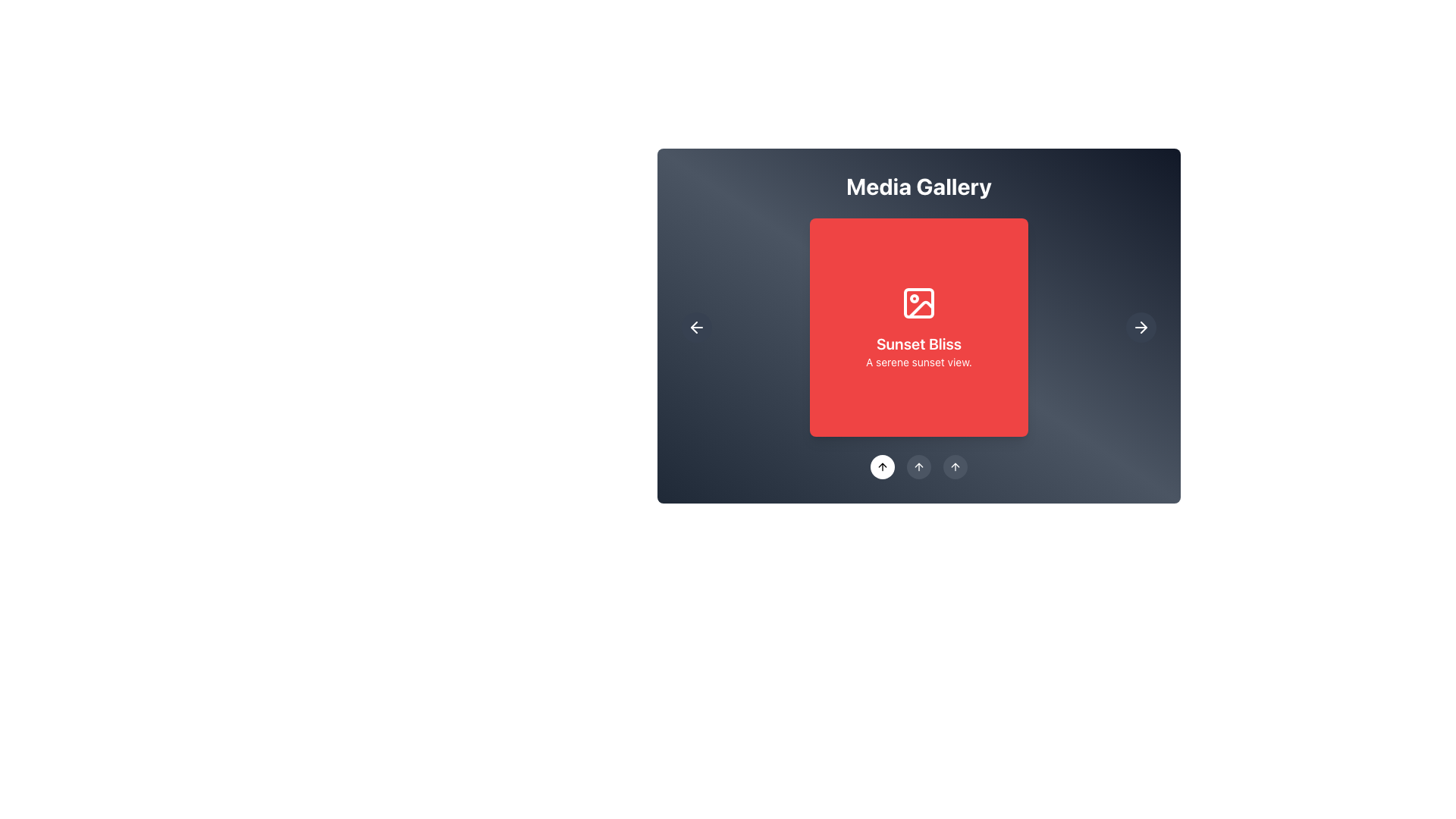 This screenshot has height=819, width=1456. What do you see at coordinates (1144, 327) in the screenshot?
I see `the arrow icon which is part of an SVG element serving as a navigation control to advance to the next item in a sequence or gallery` at bounding box center [1144, 327].